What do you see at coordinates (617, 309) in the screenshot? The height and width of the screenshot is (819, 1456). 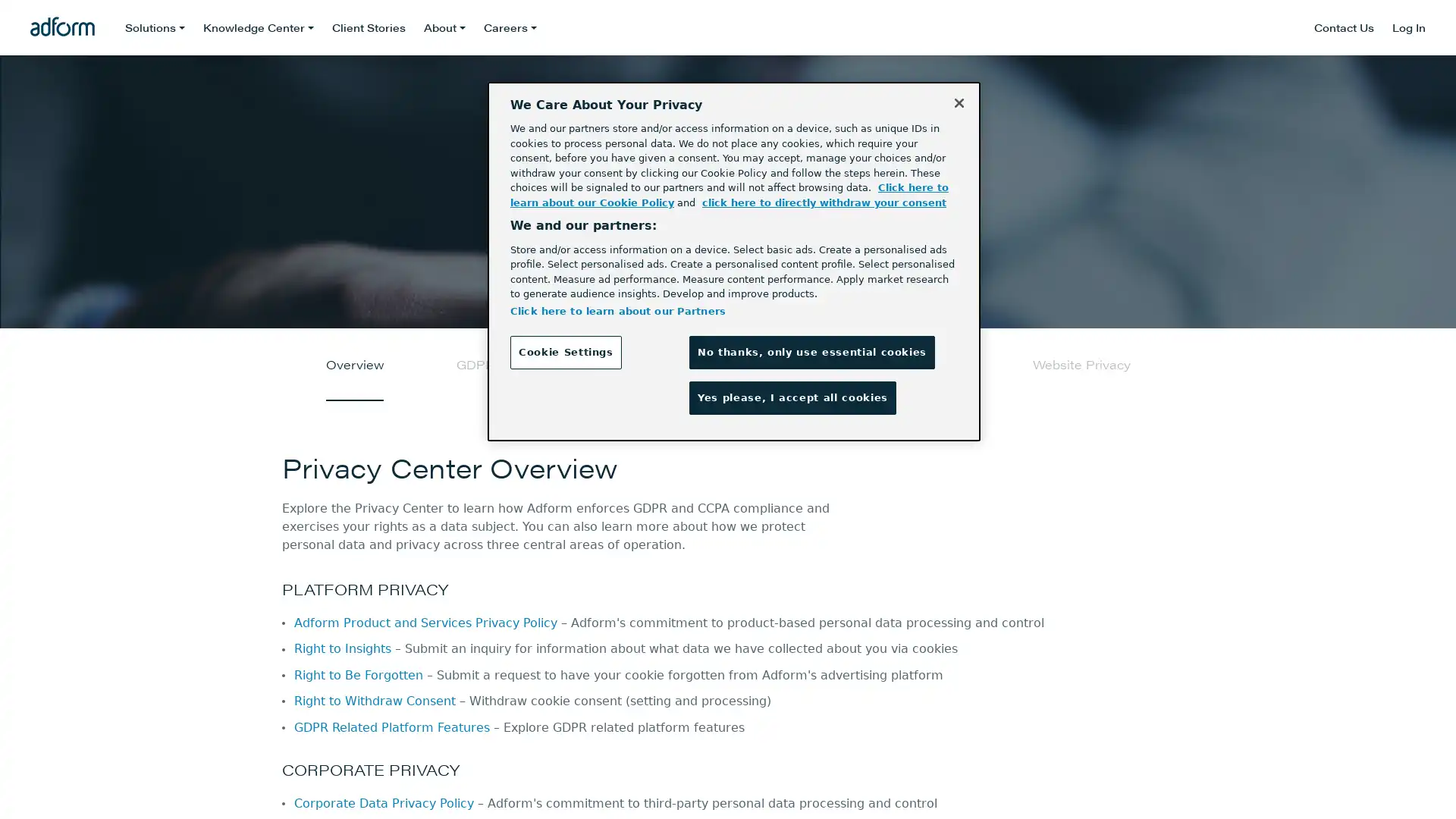 I see `Click here to learn about our Partners` at bounding box center [617, 309].